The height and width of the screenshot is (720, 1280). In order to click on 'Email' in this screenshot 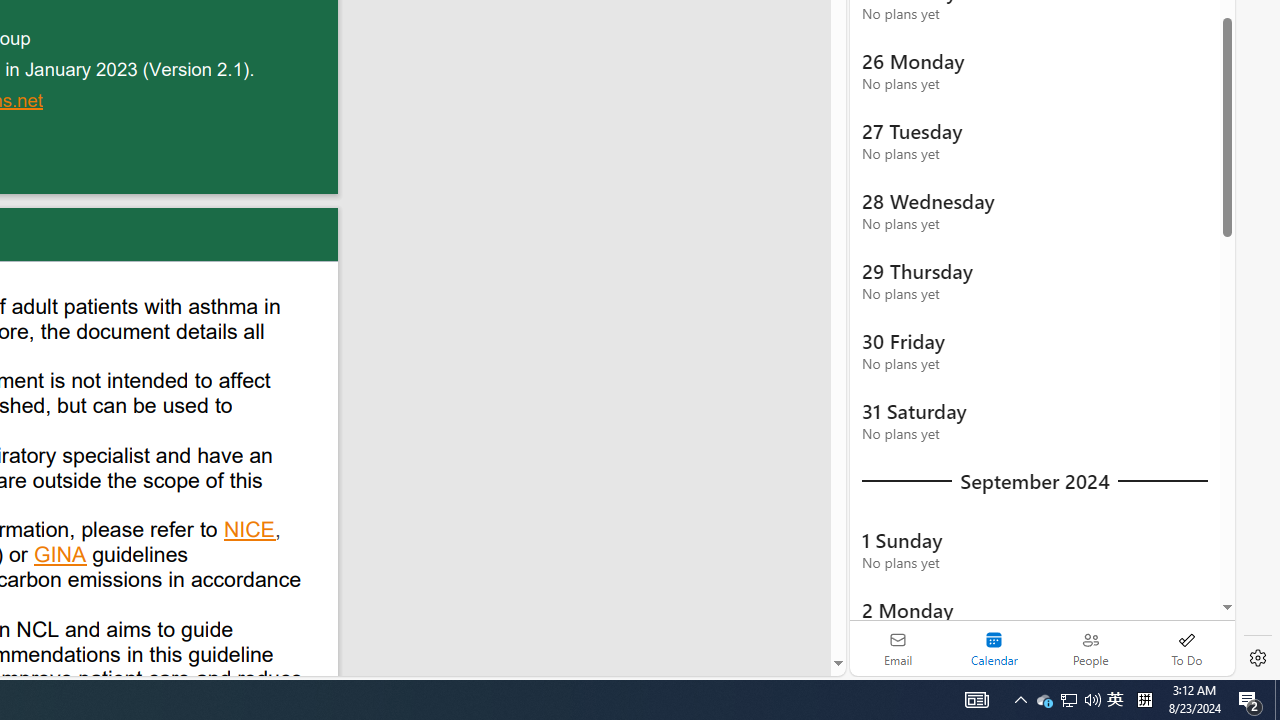, I will do `click(897, 648)`.